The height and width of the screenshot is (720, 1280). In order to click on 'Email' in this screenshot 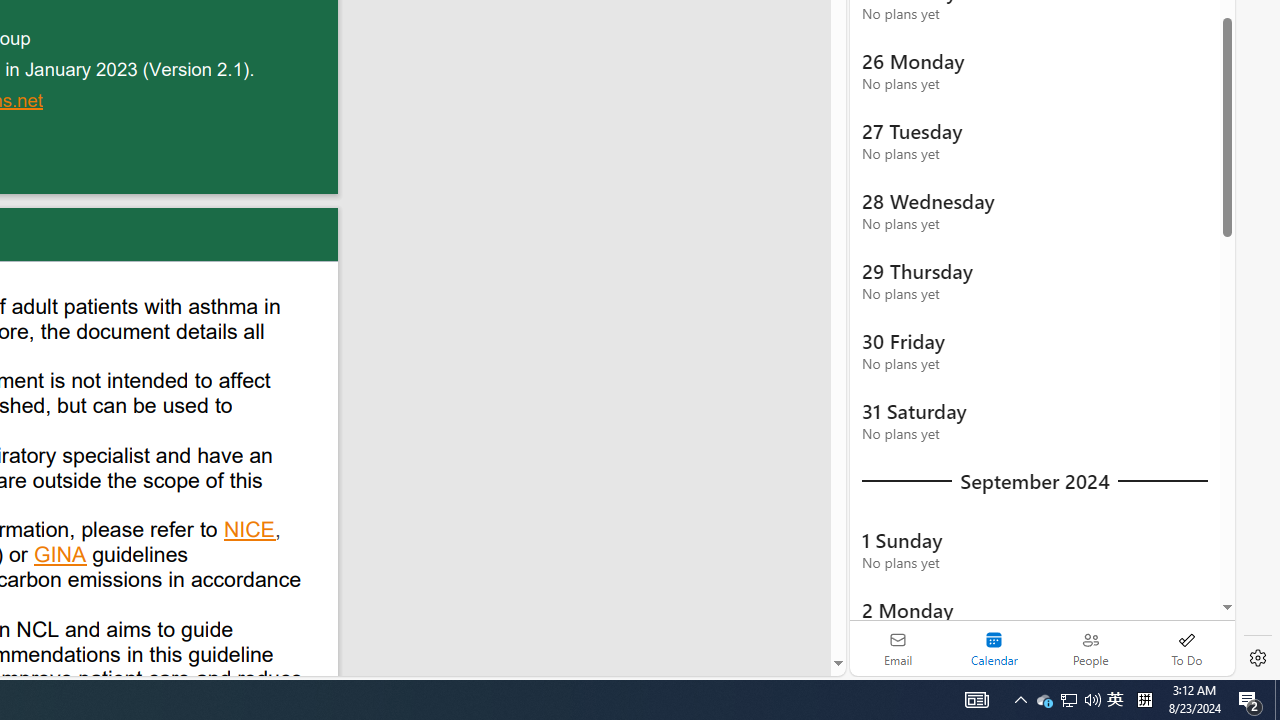, I will do `click(897, 648)`.